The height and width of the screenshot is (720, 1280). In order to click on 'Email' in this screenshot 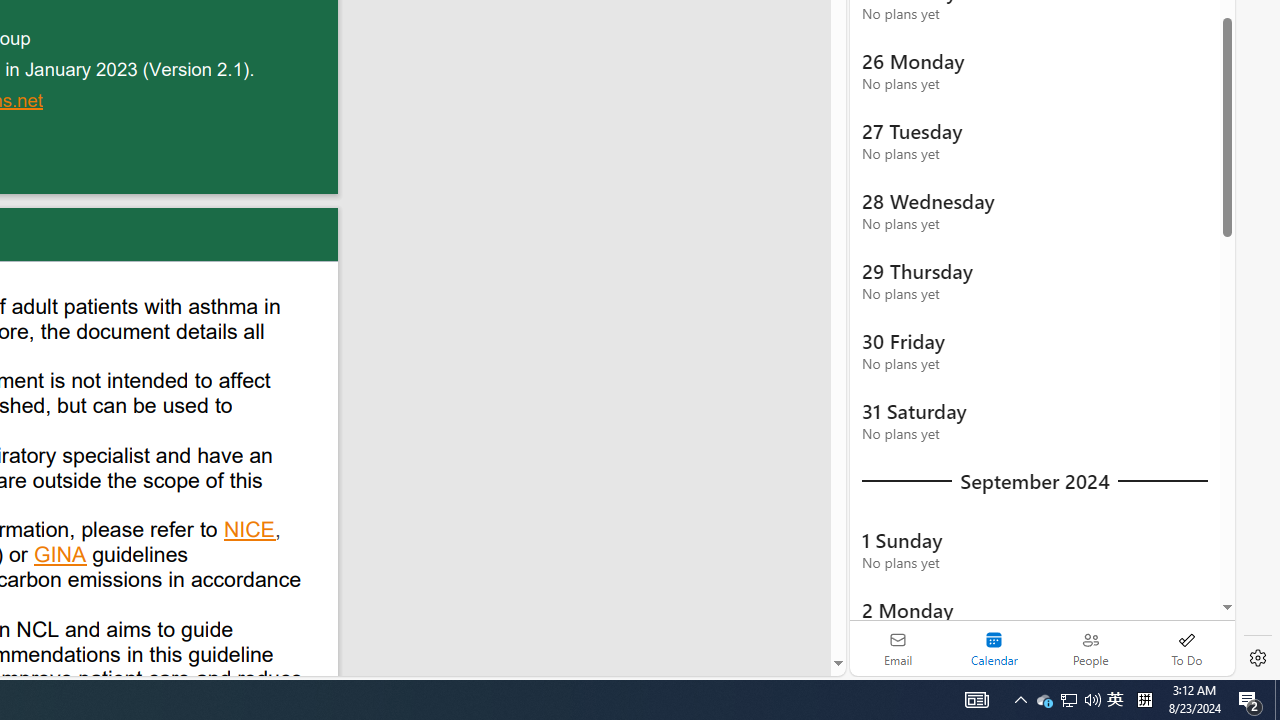, I will do `click(897, 648)`.